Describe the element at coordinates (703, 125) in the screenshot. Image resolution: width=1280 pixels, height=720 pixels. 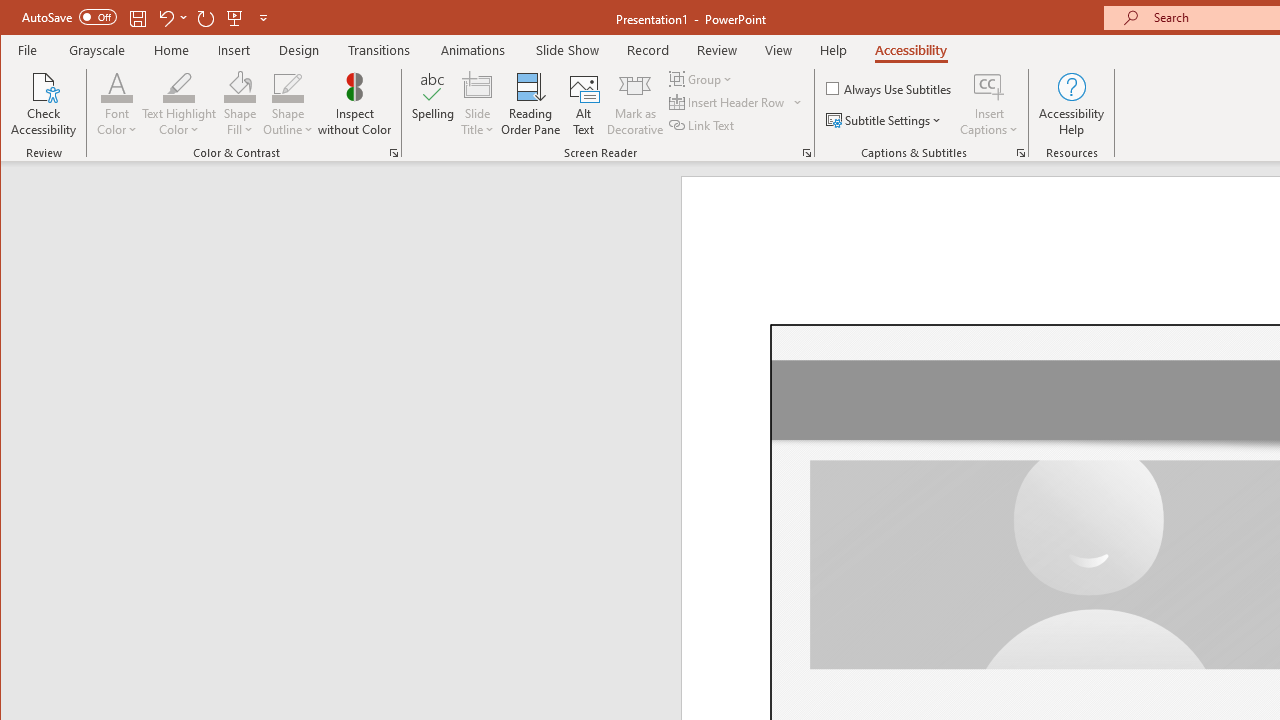
I see `'Link Text'` at that location.